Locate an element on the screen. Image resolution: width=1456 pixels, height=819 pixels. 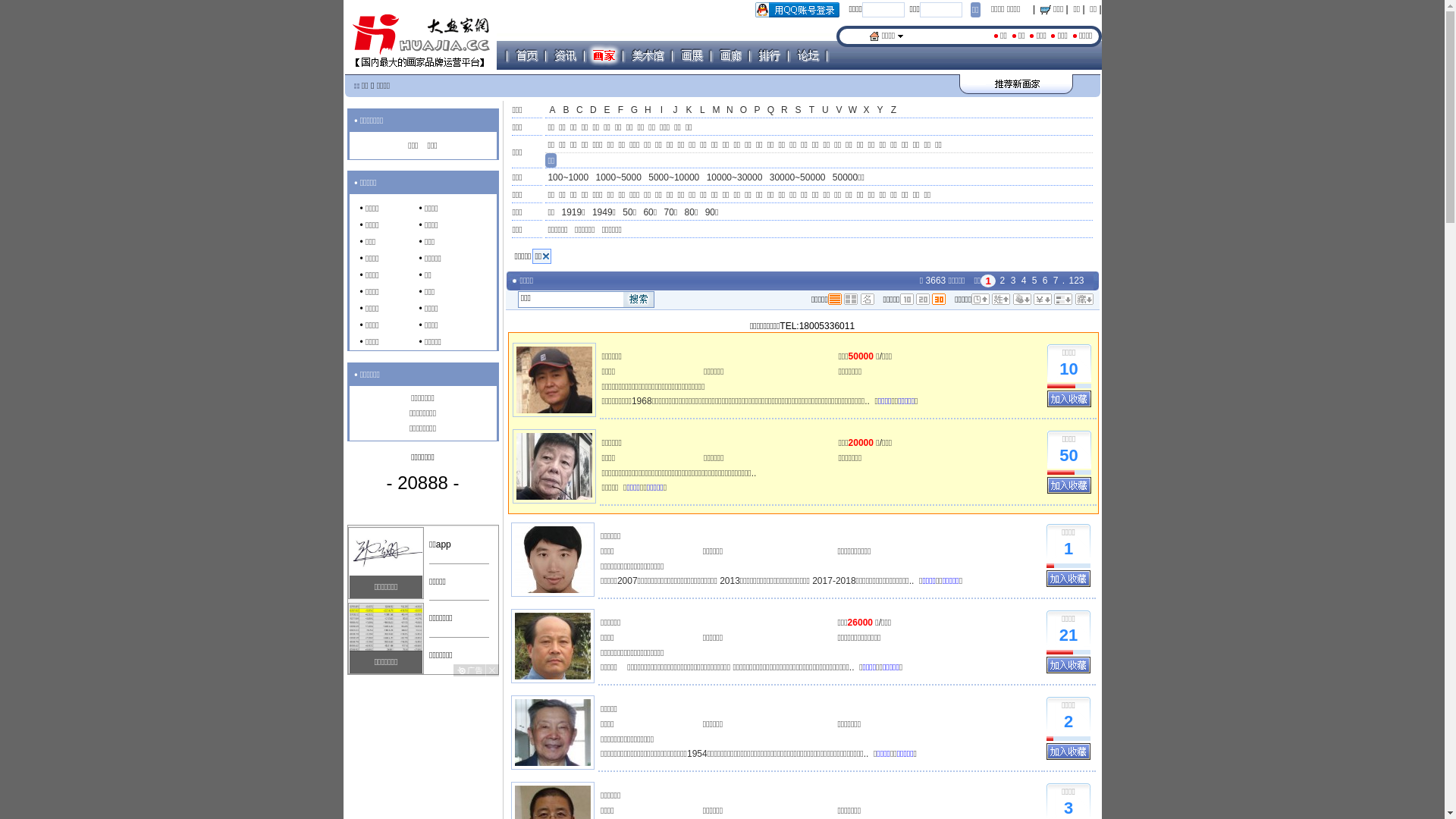
'P' is located at coordinates (757, 110).